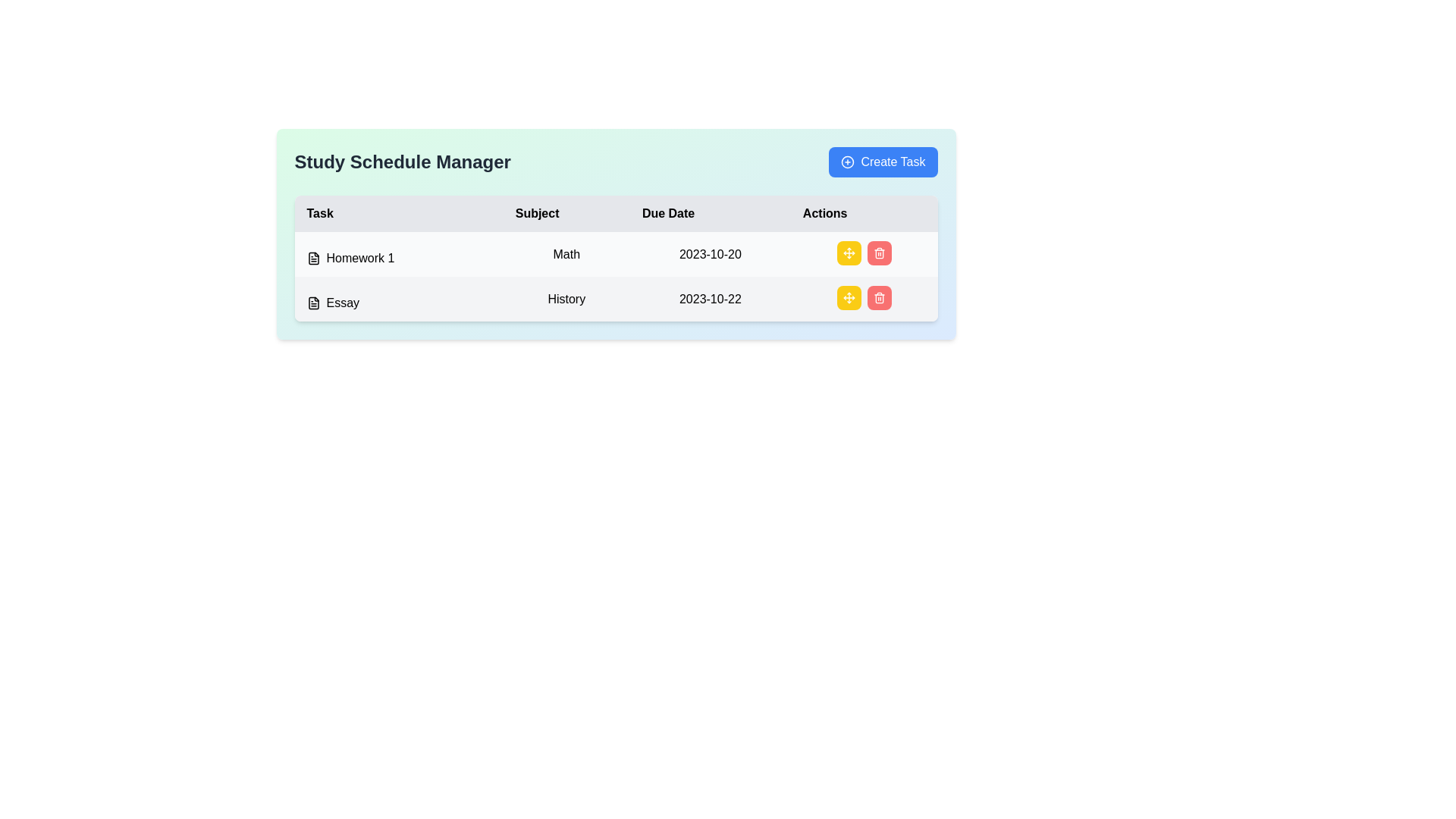 The image size is (1456, 819). Describe the element at coordinates (848, 253) in the screenshot. I see `the yellow button with a rounded corner and an icon of four outward-facing arrows in the 'Actions' column of the second row for the task 'Essay'` at that location.